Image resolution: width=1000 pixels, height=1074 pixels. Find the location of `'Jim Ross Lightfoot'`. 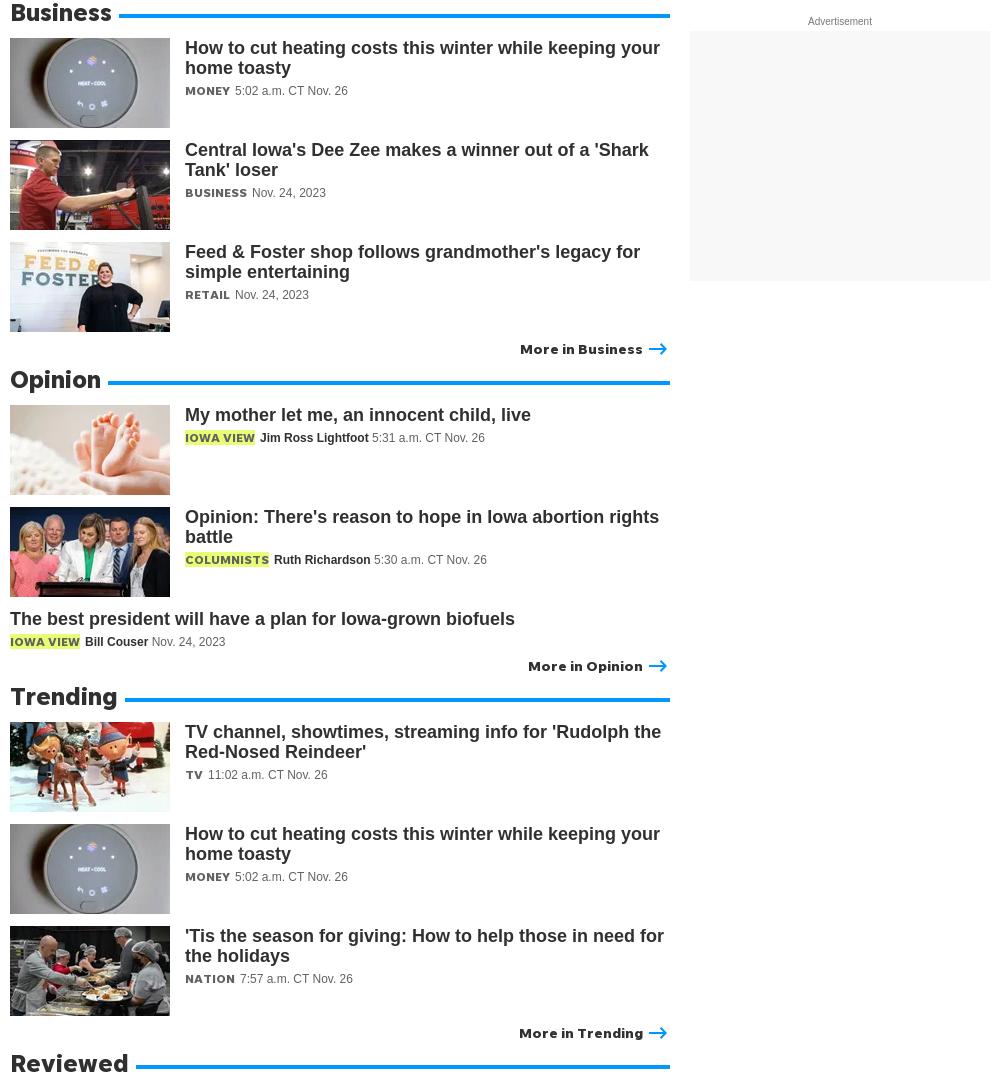

'Jim Ross Lightfoot' is located at coordinates (260, 436).